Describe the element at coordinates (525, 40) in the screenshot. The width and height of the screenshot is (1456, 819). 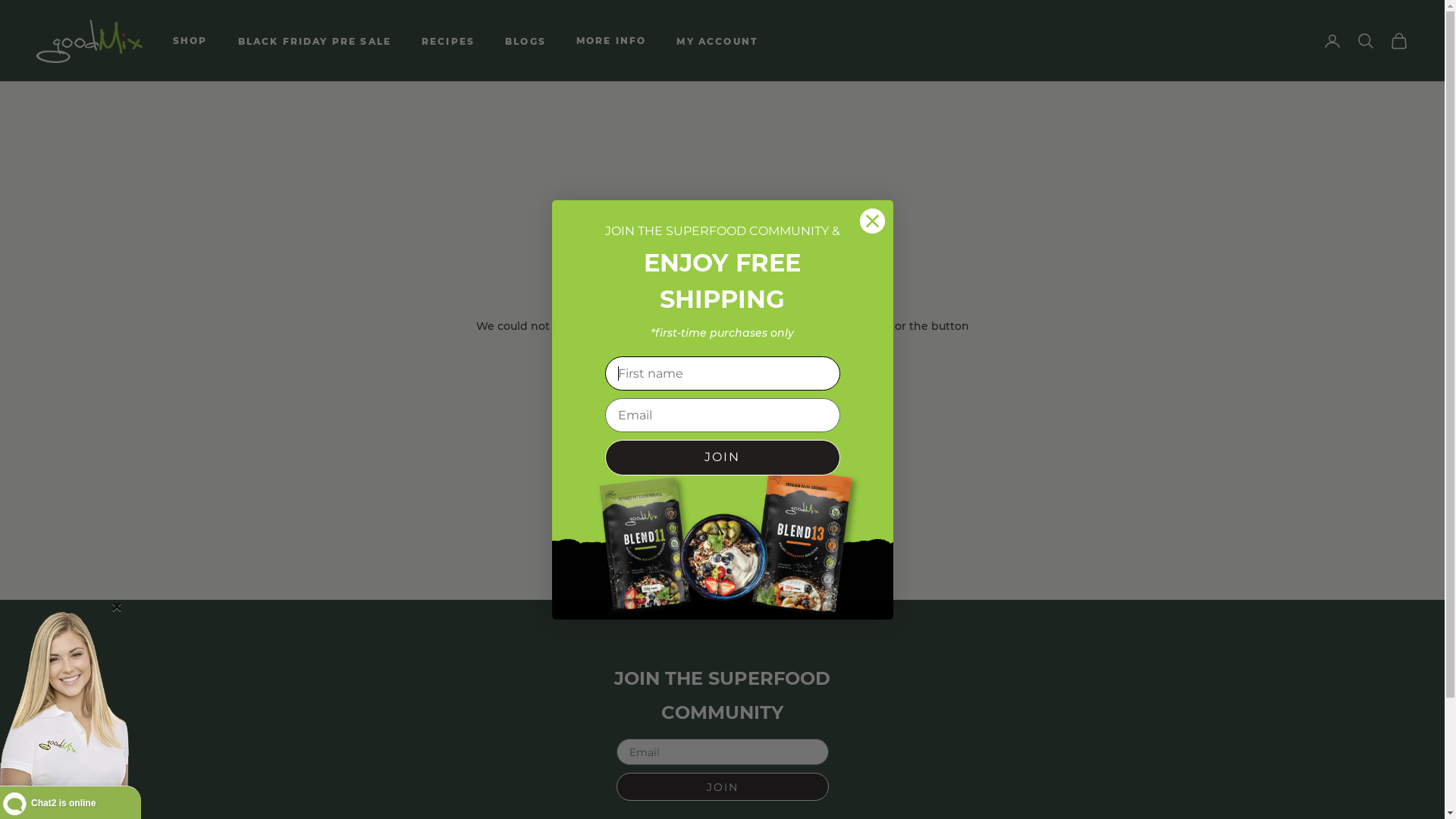
I see `'BLOGS'` at that location.